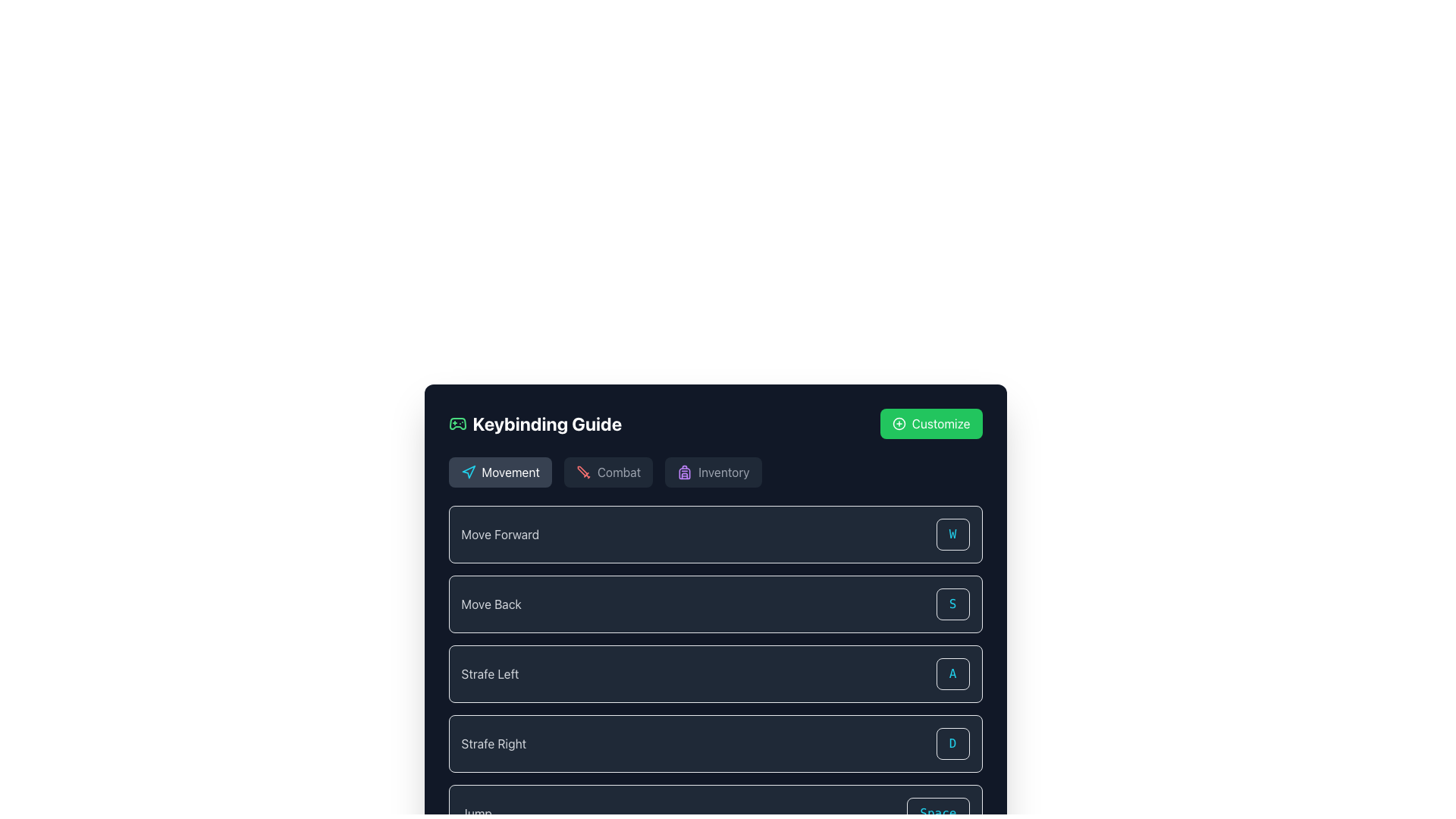 Image resolution: width=1456 pixels, height=819 pixels. I want to click on the red sword icon located in the 'Combat' section of the navigation bar, so click(582, 472).